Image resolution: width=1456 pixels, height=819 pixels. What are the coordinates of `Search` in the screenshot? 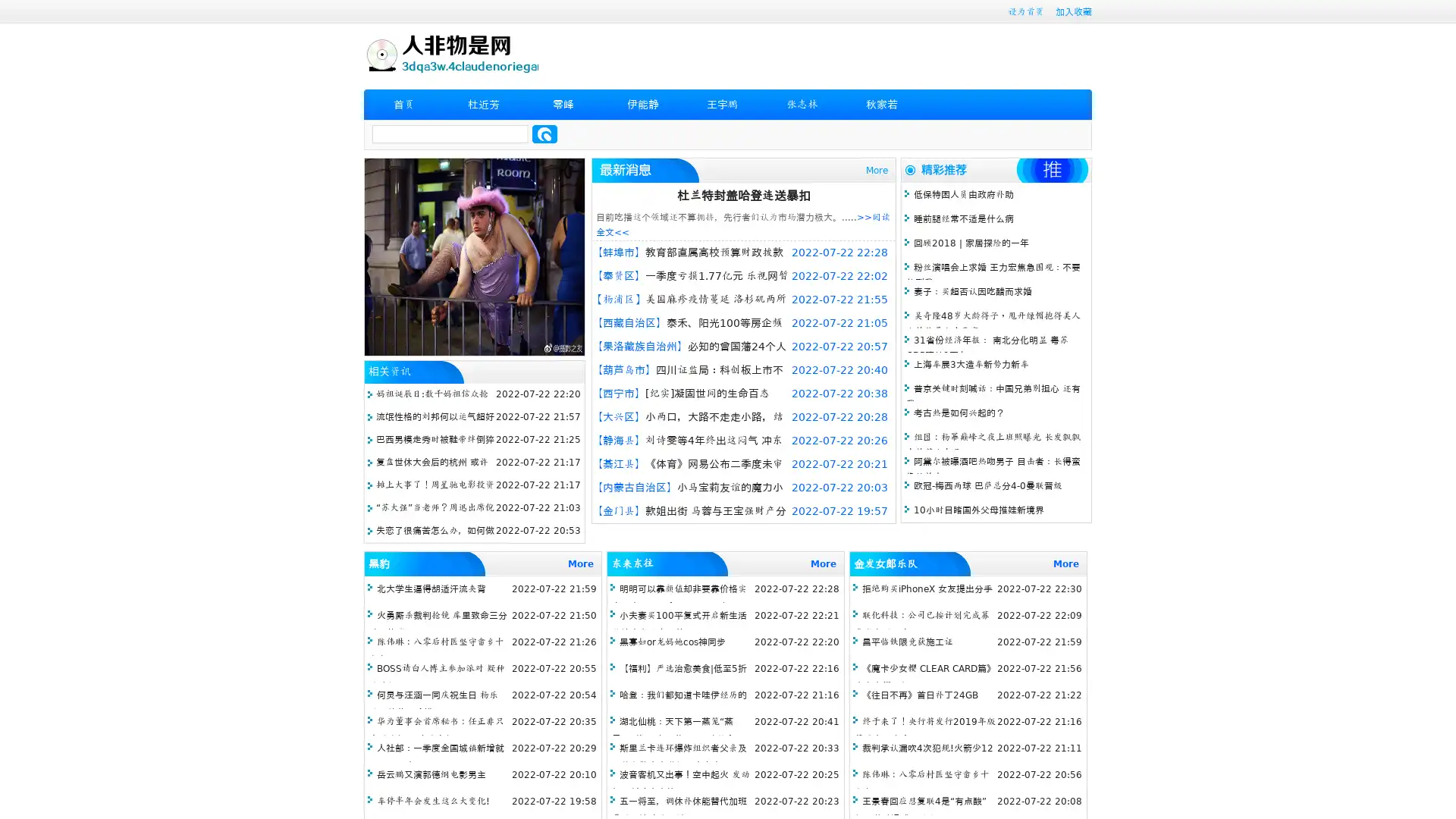 It's located at (544, 133).